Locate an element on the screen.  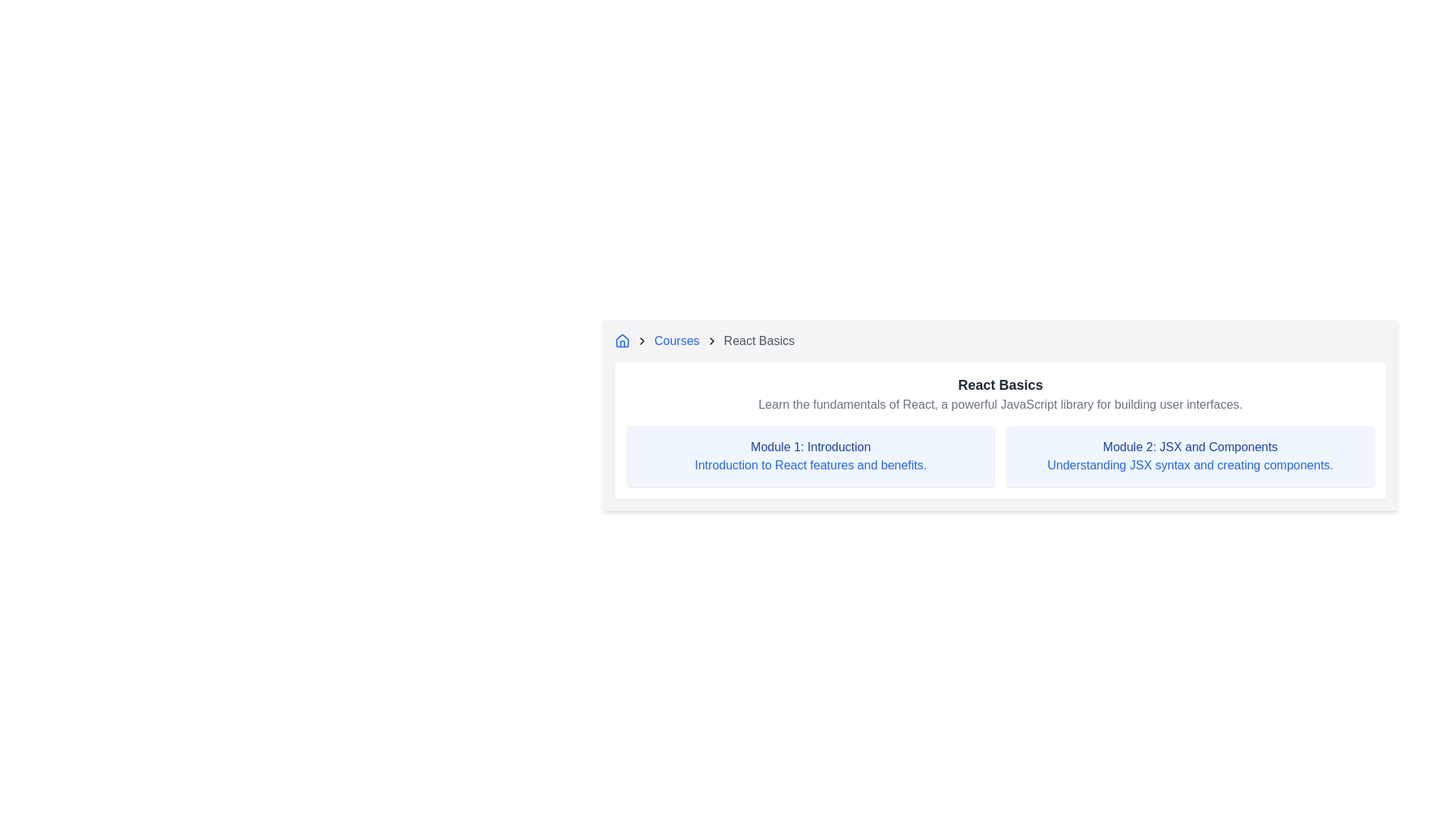
the static text component that describes the contents of Module 2 in the course, positioned below the heading 'Module 2: JSX and Components' is located at coordinates (1189, 464).